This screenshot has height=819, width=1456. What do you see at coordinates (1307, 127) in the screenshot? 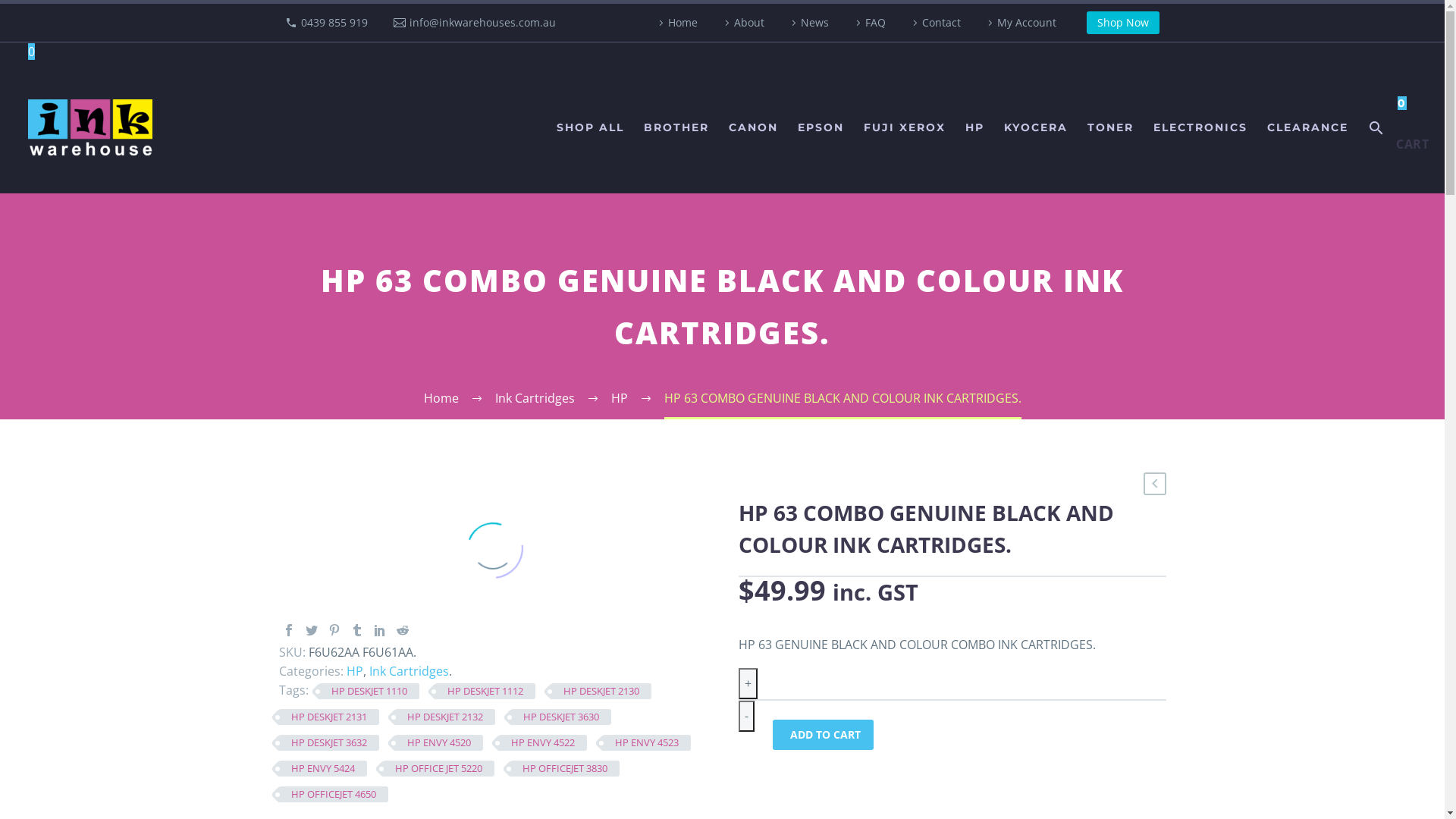
I see `'CLEARANCE'` at bounding box center [1307, 127].